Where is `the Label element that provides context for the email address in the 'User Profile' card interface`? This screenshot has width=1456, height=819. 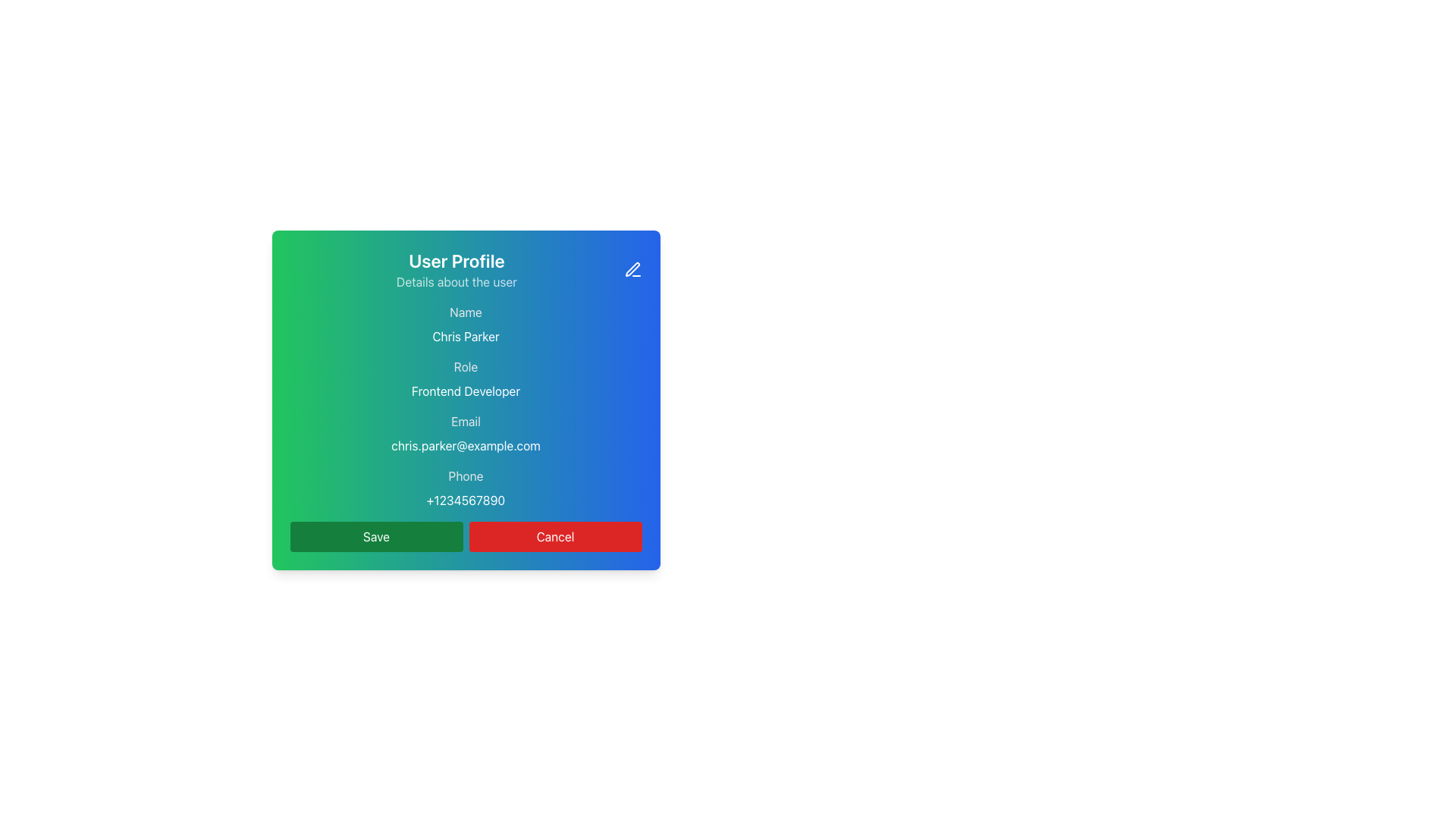
the Label element that provides context for the email address in the 'User Profile' card interface is located at coordinates (465, 421).